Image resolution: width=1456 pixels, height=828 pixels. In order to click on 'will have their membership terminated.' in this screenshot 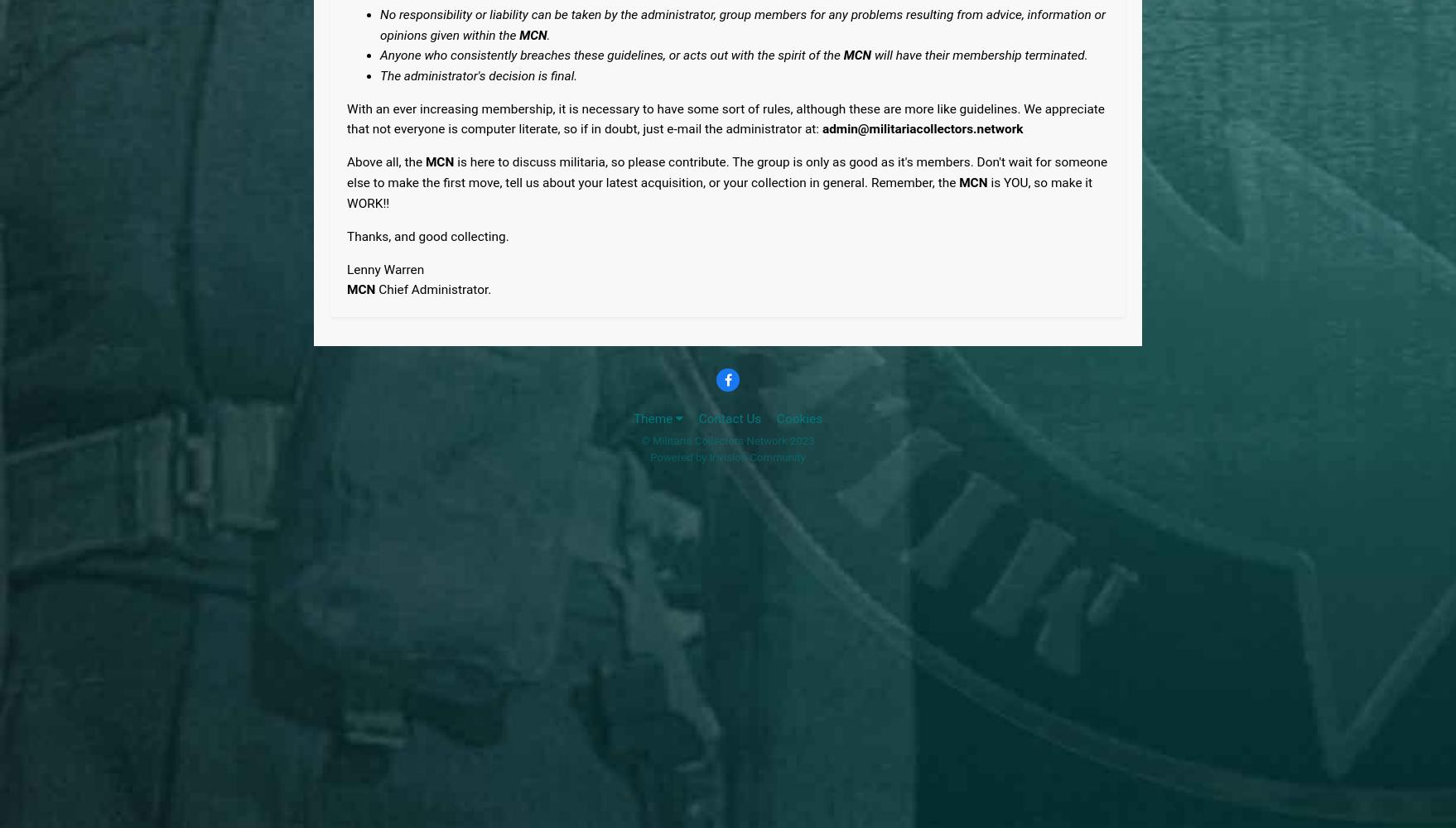, I will do `click(979, 55)`.